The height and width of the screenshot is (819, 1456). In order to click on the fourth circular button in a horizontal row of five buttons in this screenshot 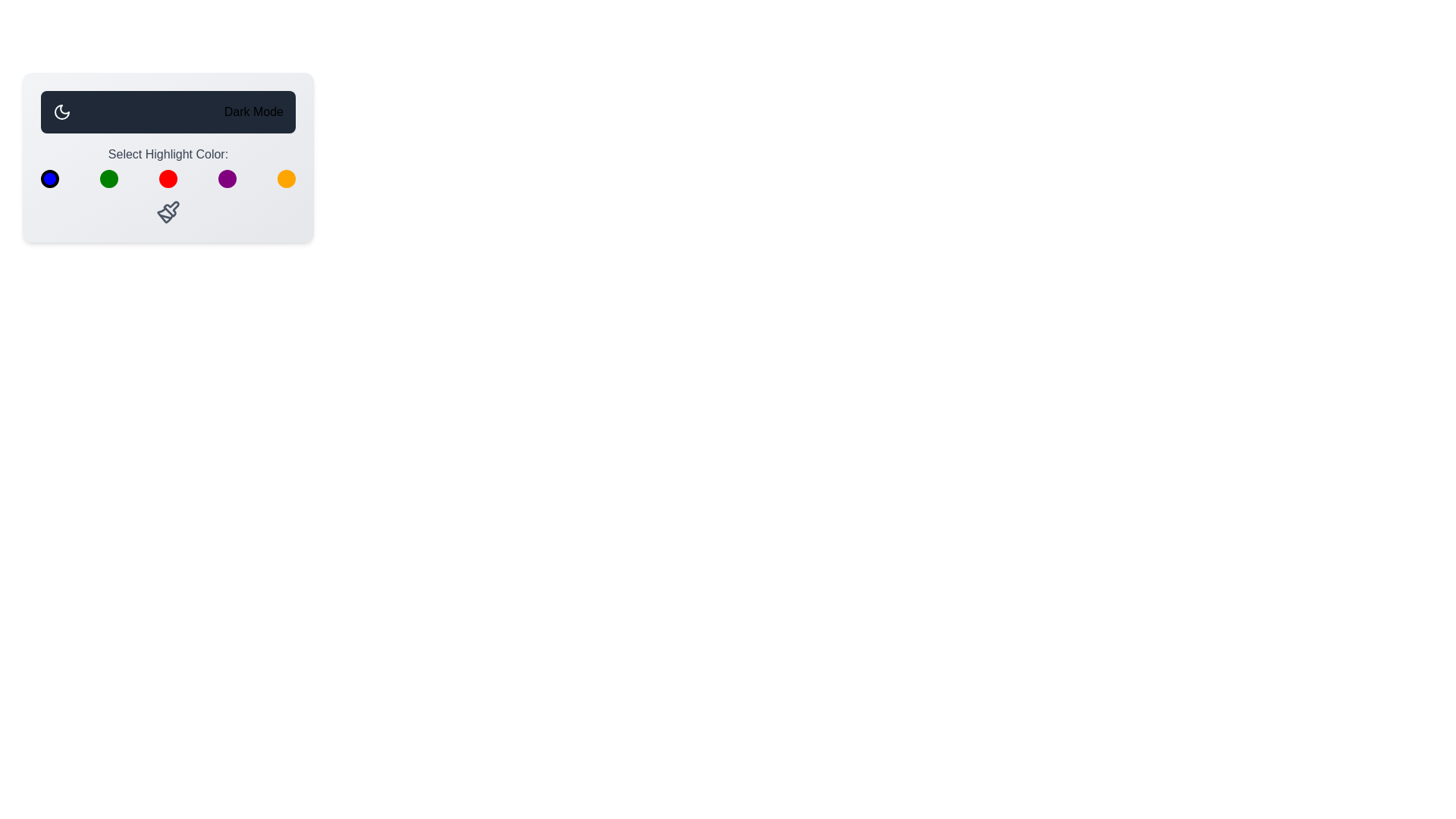, I will do `click(226, 177)`.